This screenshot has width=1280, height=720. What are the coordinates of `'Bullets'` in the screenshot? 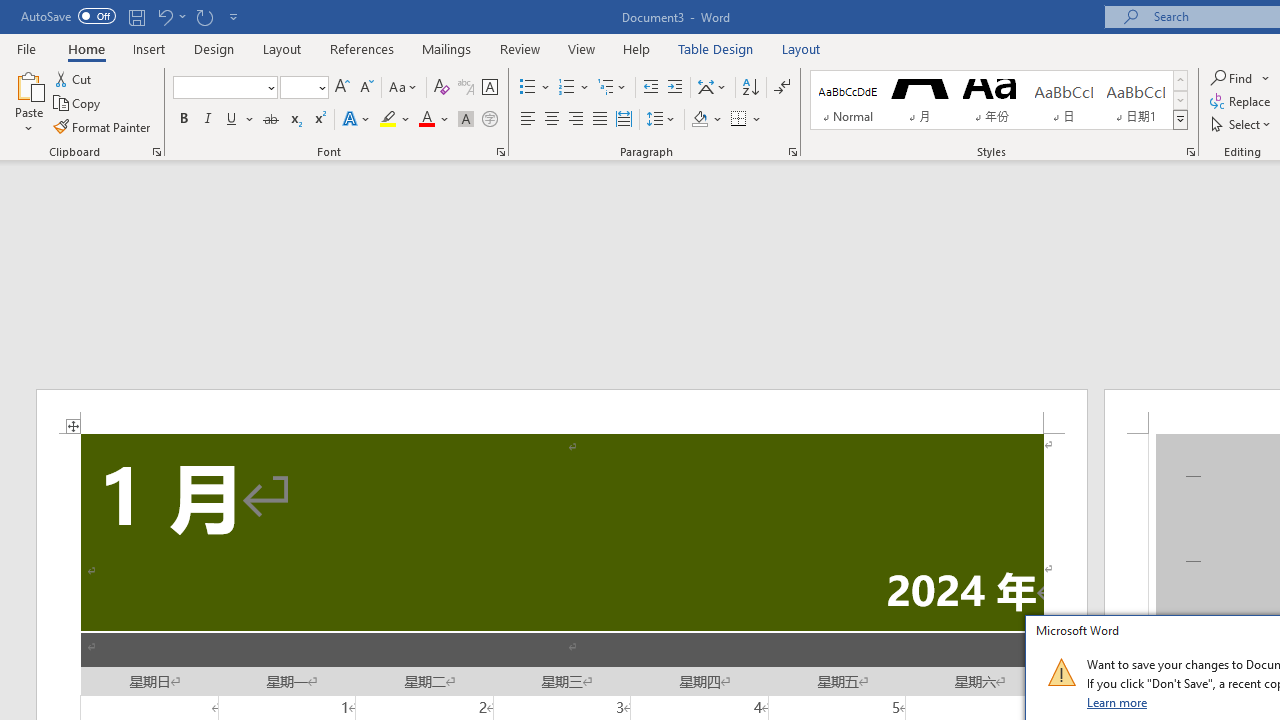 It's located at (535, 86).